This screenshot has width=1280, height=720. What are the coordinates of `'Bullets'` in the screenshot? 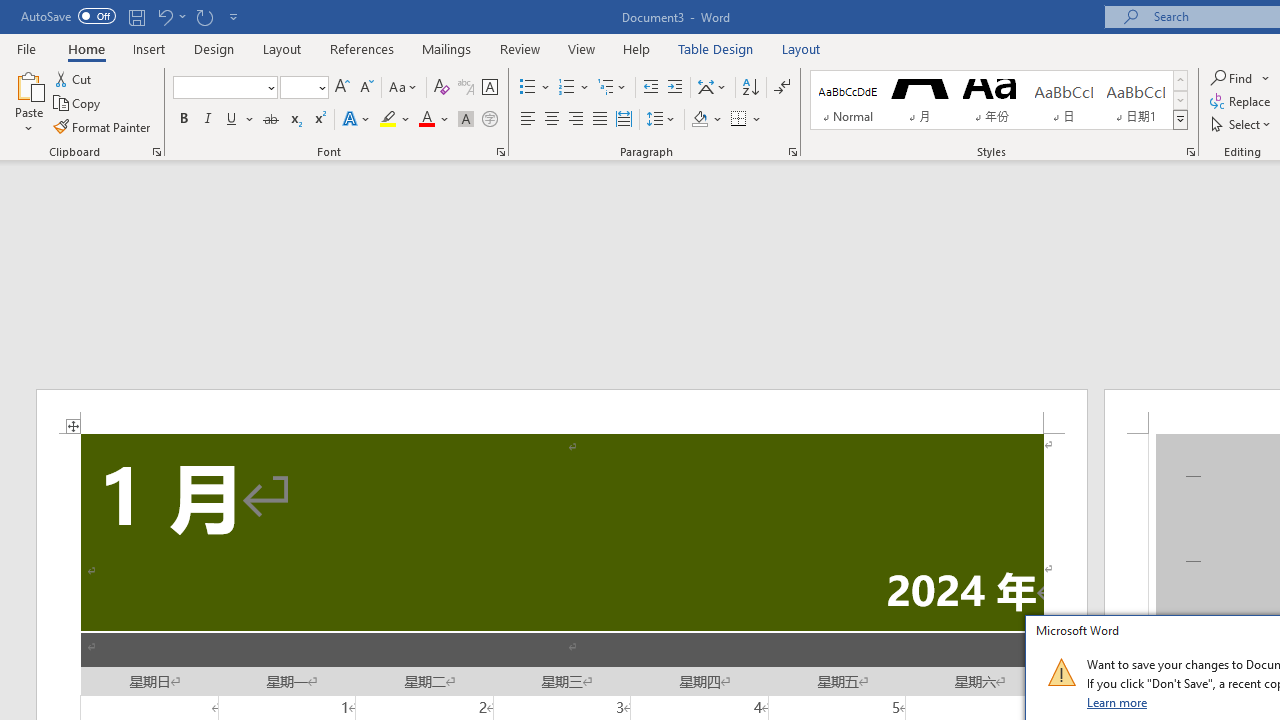 It's located at (535, 86).